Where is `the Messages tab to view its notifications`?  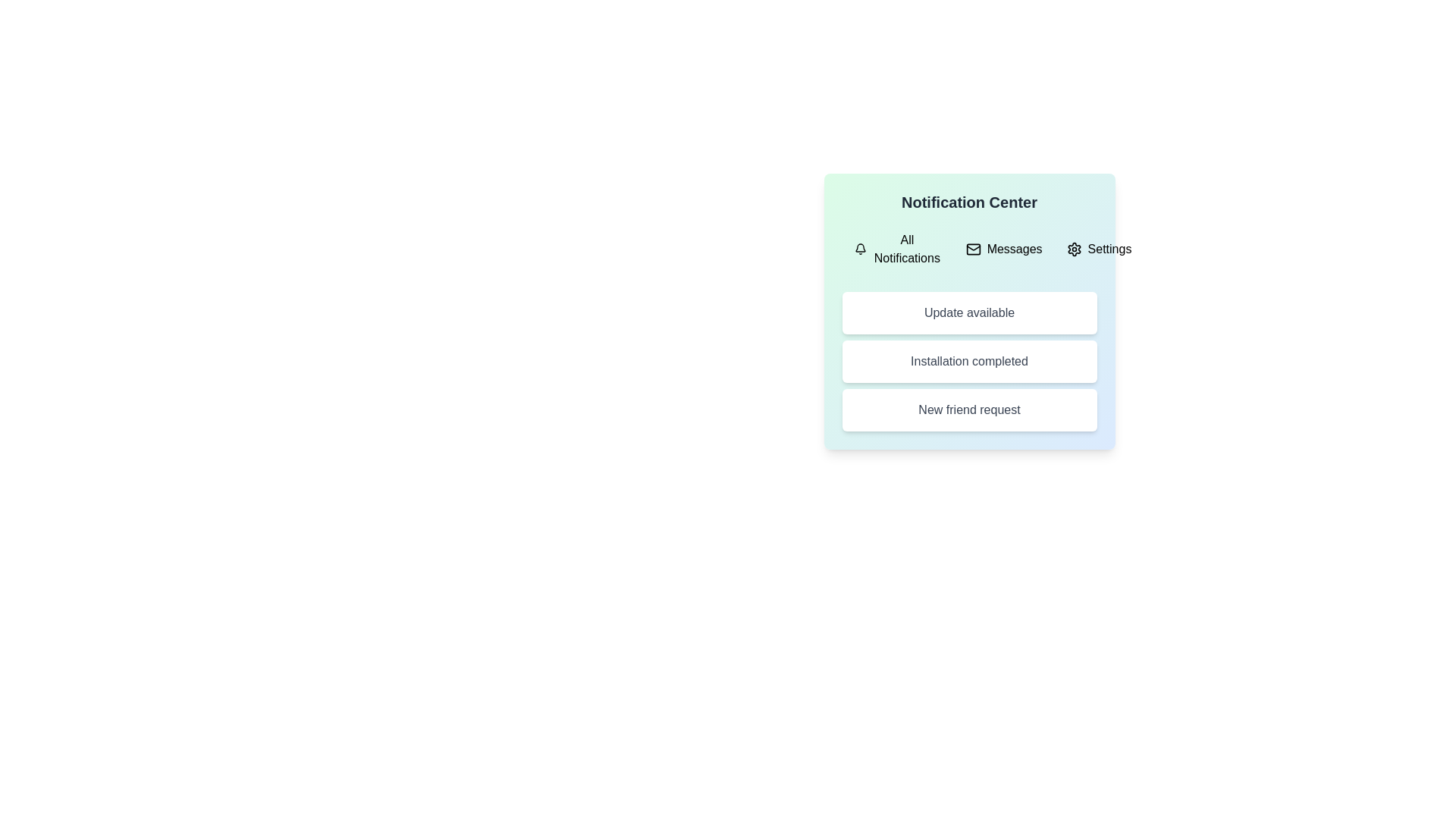
the Messages tab to view its notifications is located at coordinates (1004, 248).